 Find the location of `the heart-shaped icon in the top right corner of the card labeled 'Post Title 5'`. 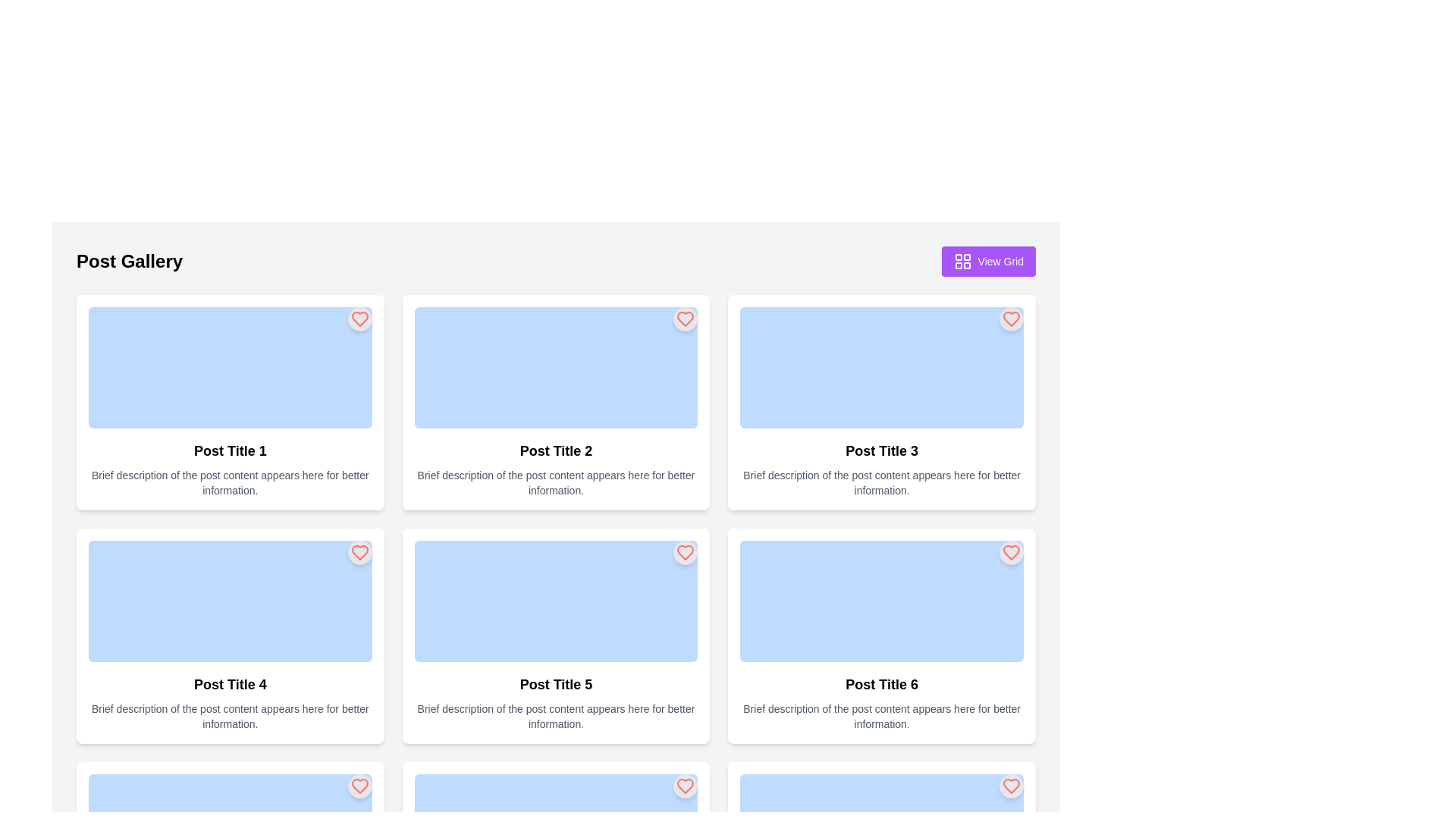

the heart-shaped icon in the top right corner of the card labeled 'Post Title 5' is located at coordinates (685, 553).